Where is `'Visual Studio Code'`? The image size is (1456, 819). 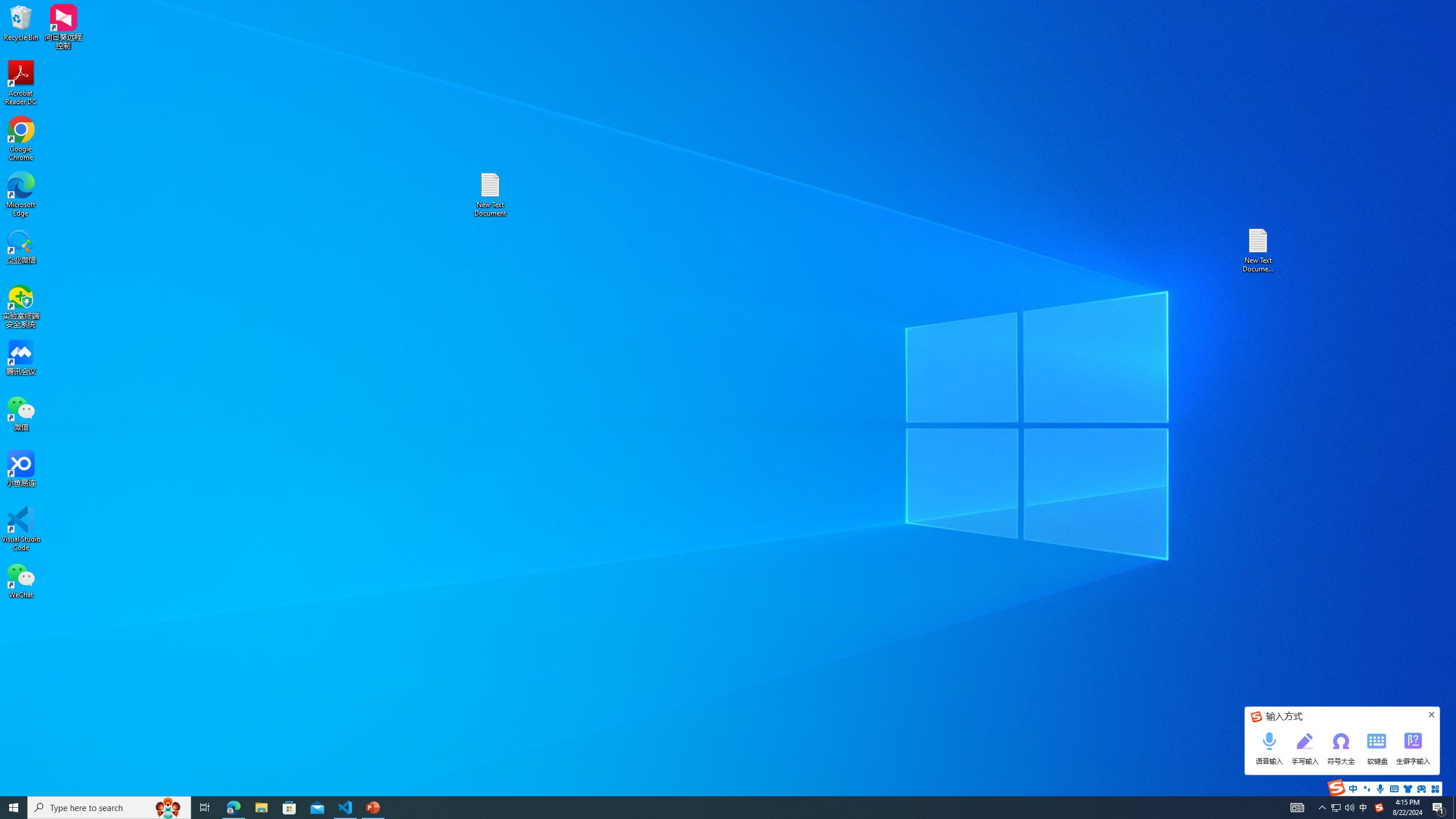 'Visual Studio Code' is located at coordinates (20, 528).